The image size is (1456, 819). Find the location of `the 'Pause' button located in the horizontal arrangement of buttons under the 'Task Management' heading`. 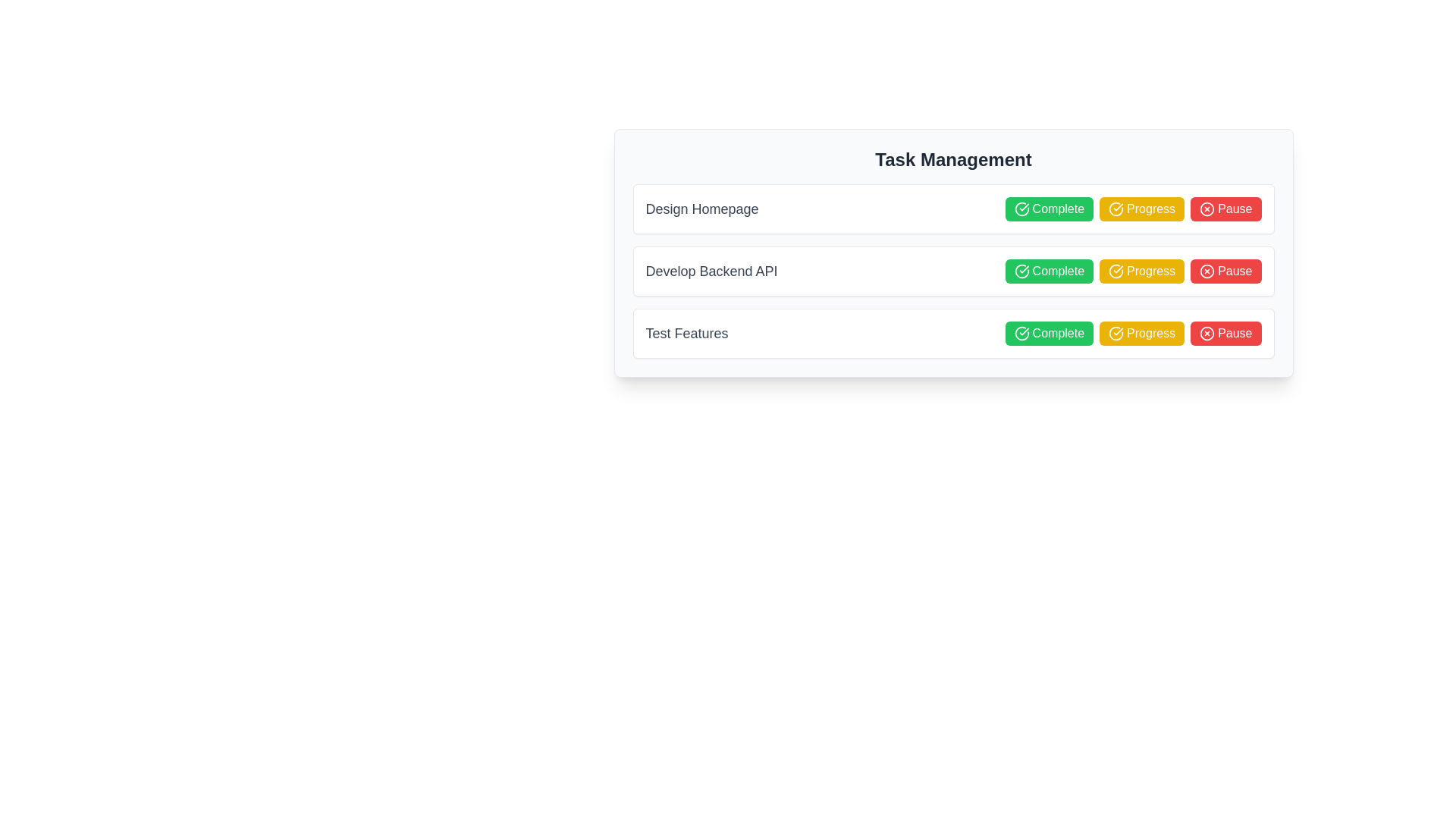

the 'Pause' button located in the horizontal arrangement of buttons under the 'Task Management' heading is located at coordinates (1225, 209).